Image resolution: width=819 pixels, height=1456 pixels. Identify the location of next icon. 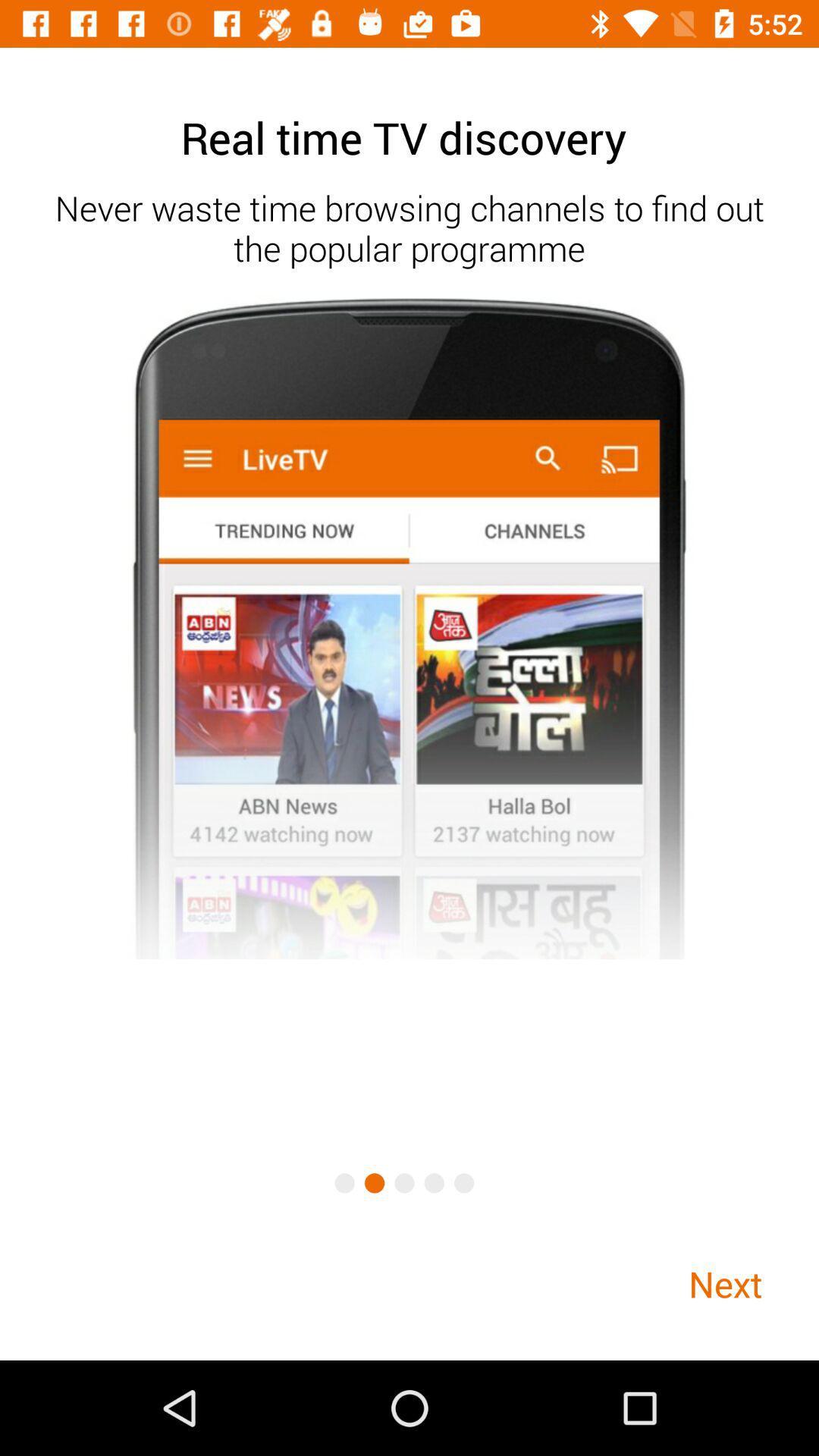
(724, 1283).